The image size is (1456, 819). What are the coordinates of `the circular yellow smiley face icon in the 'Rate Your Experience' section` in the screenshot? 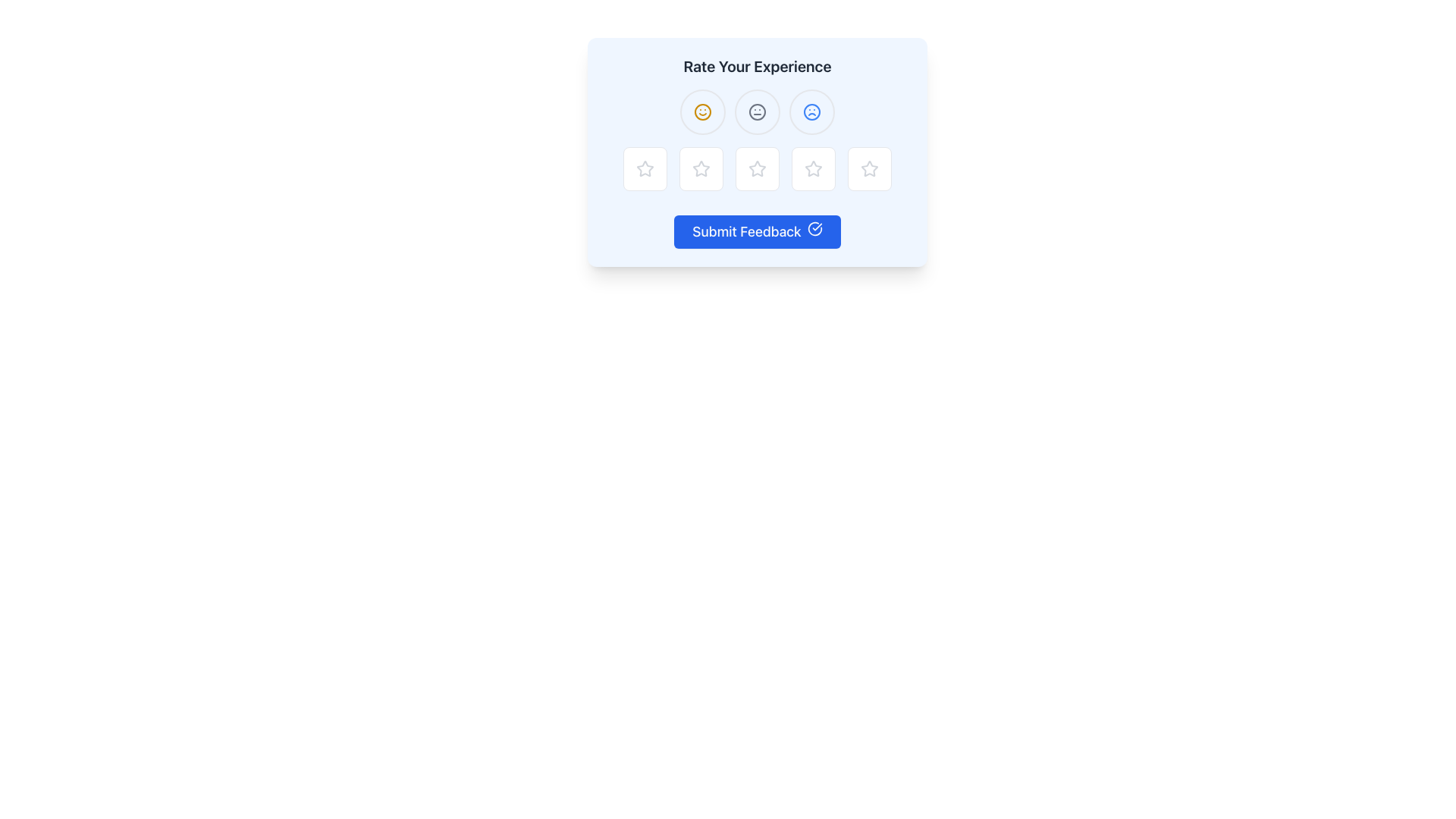 It's located at (701, 111).